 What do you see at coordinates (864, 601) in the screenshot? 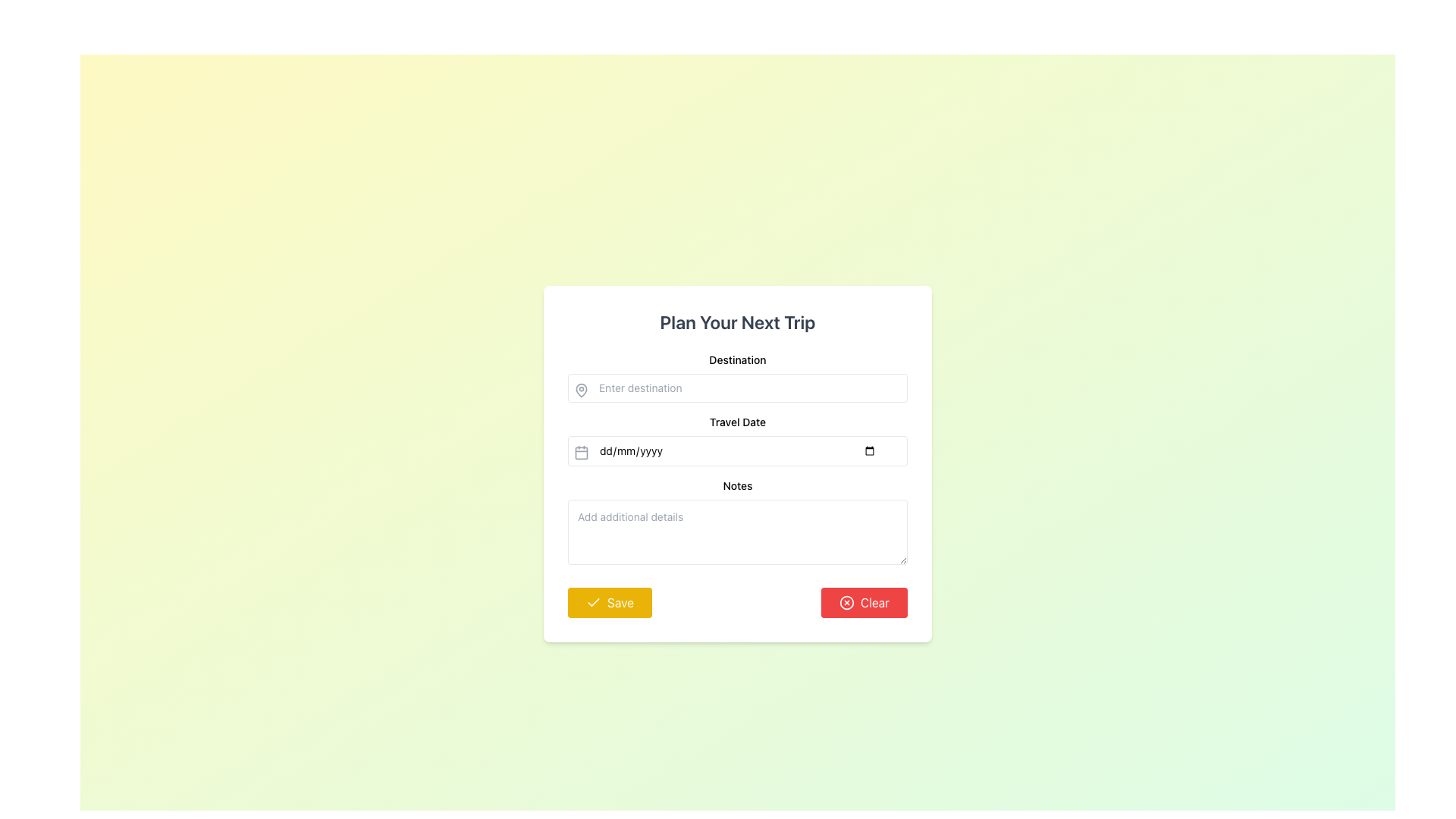
I see `the 'Clear' button located at the bottom-right corner of the form interface to reset the input fields` at bounding box center [864, 601].